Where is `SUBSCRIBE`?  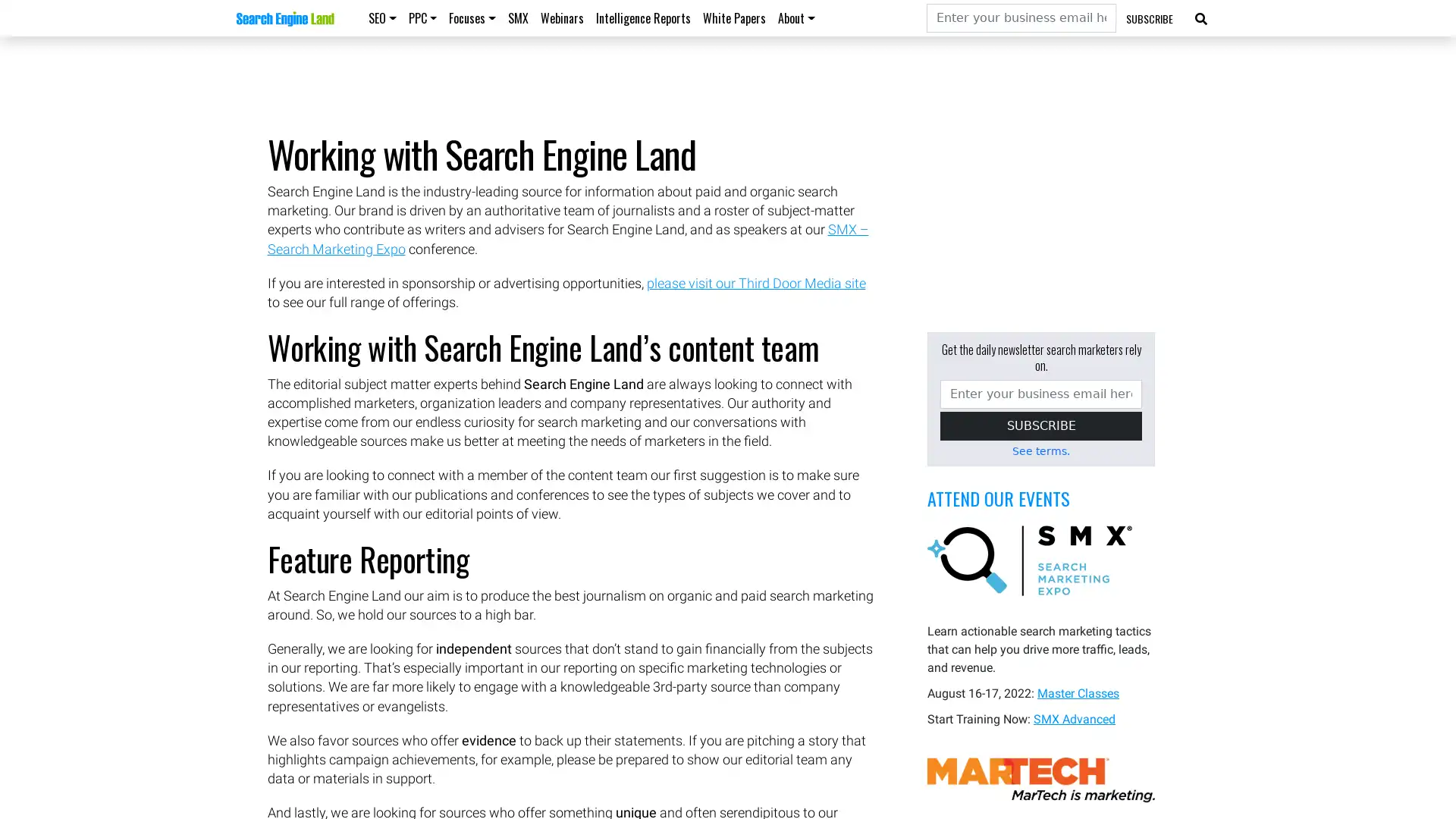 SUBSCRIBE is located at coordinates (1150, 17).